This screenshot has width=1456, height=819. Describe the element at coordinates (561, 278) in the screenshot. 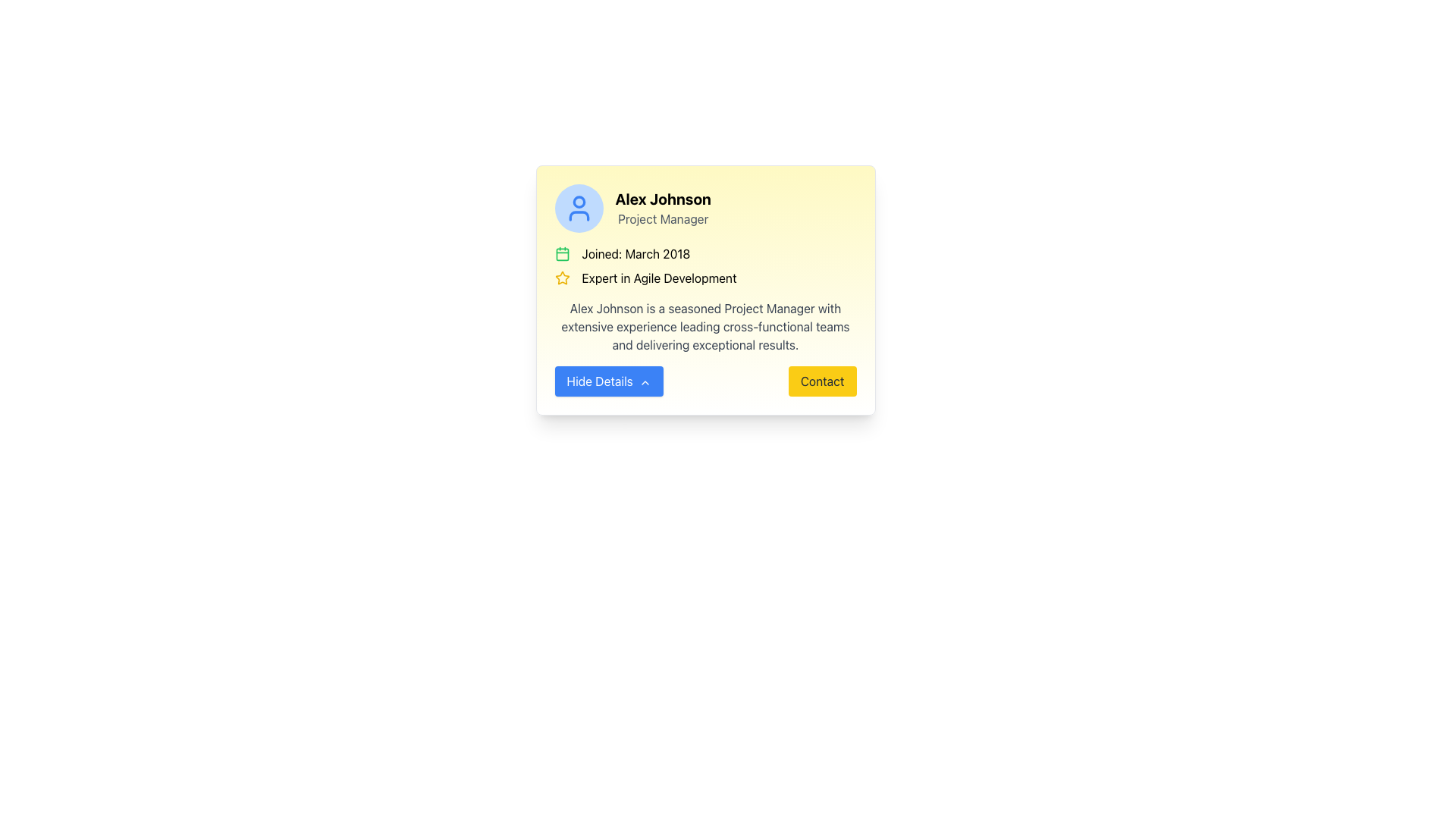

I see `the star-shaped icon outlined in yellow, which is the first element in the row before the text 'Expert in Agile Development'` at that location.